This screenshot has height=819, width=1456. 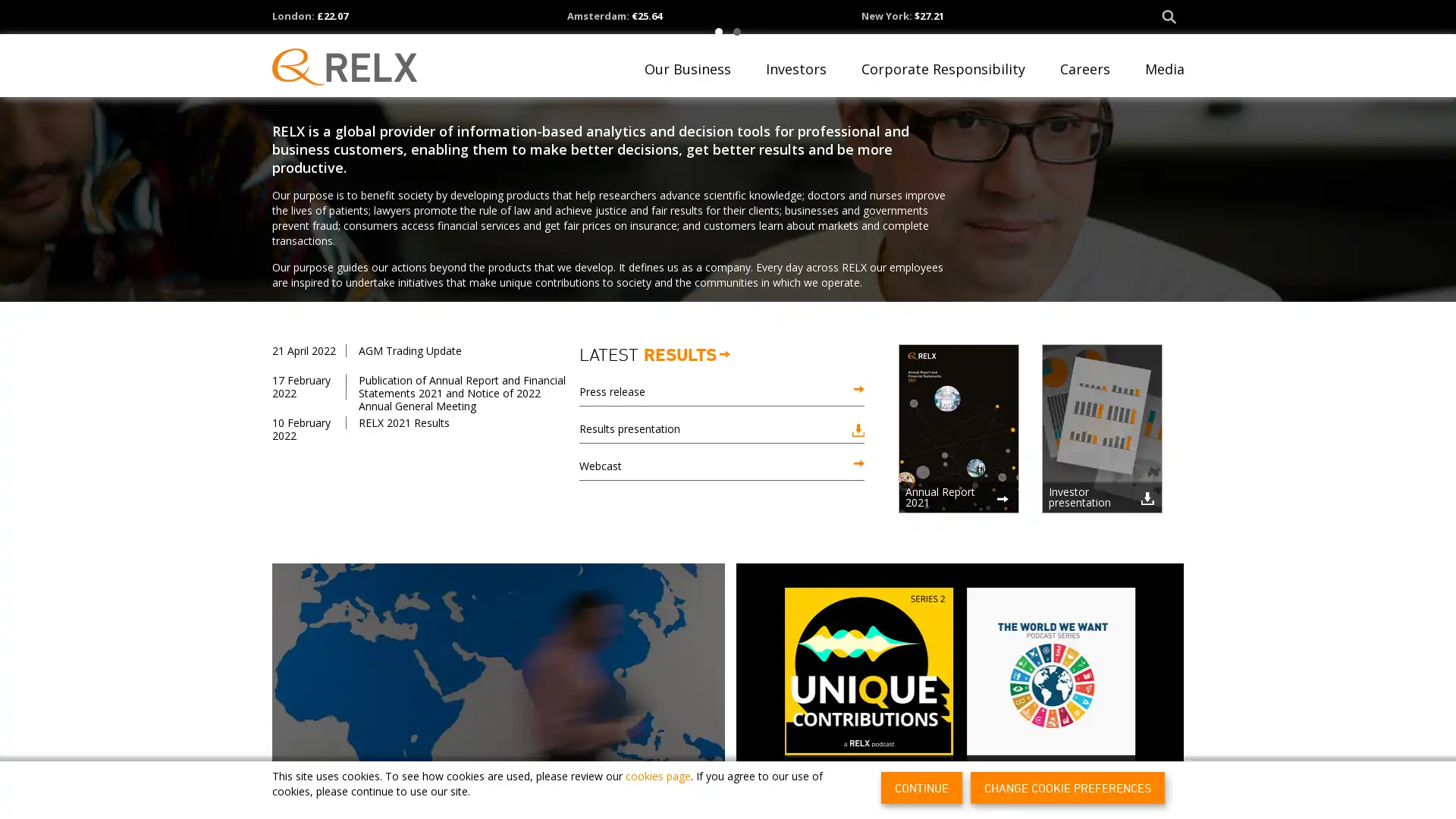 What do you see at coordinates (926, 786) in the screenshot?
I see `CONTINUE` at bounding box center [926, 786].